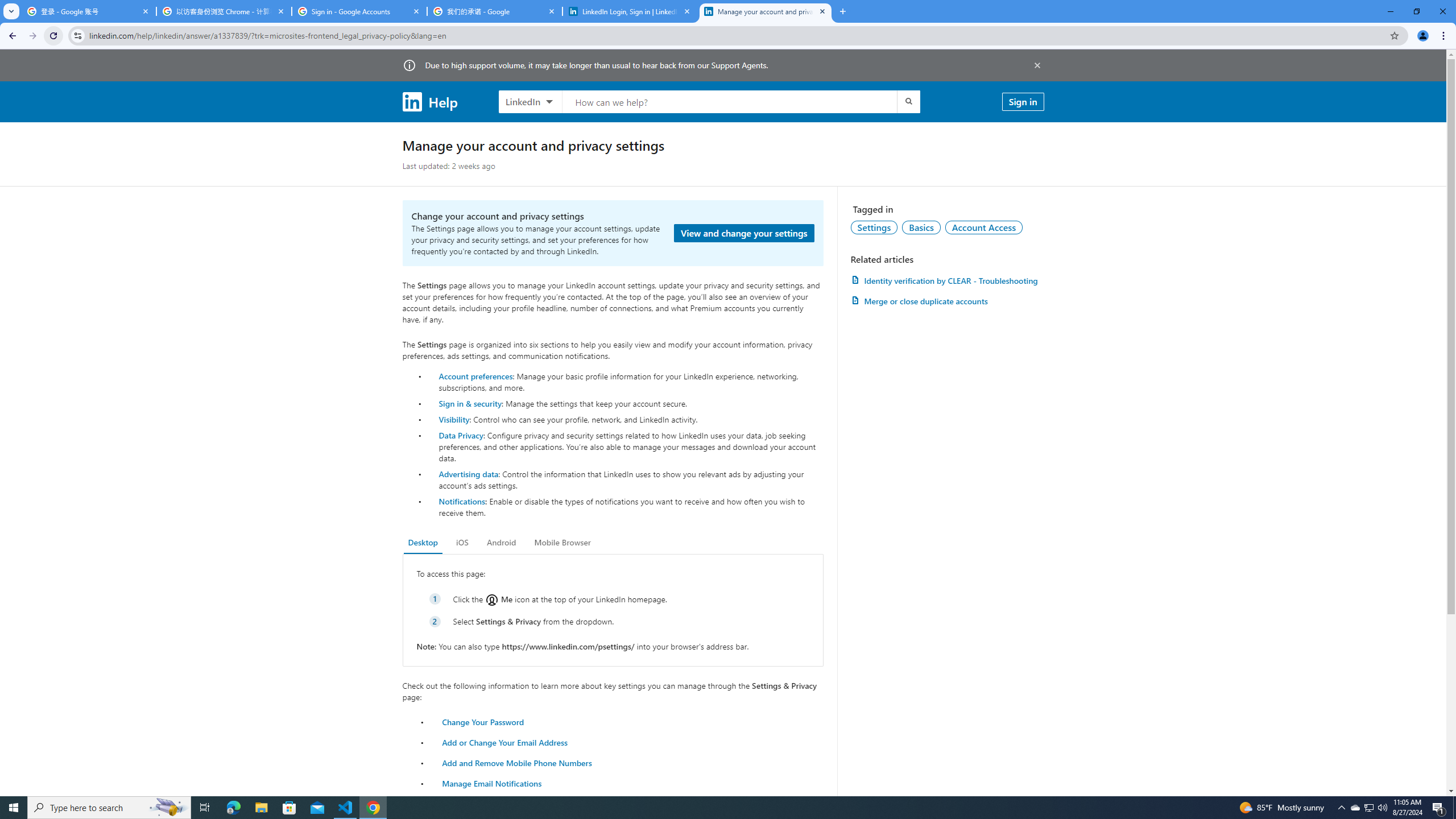  Describe the element at coordinates (461, 434) in the screenshot. I see `'Data Privacy'` at that location.